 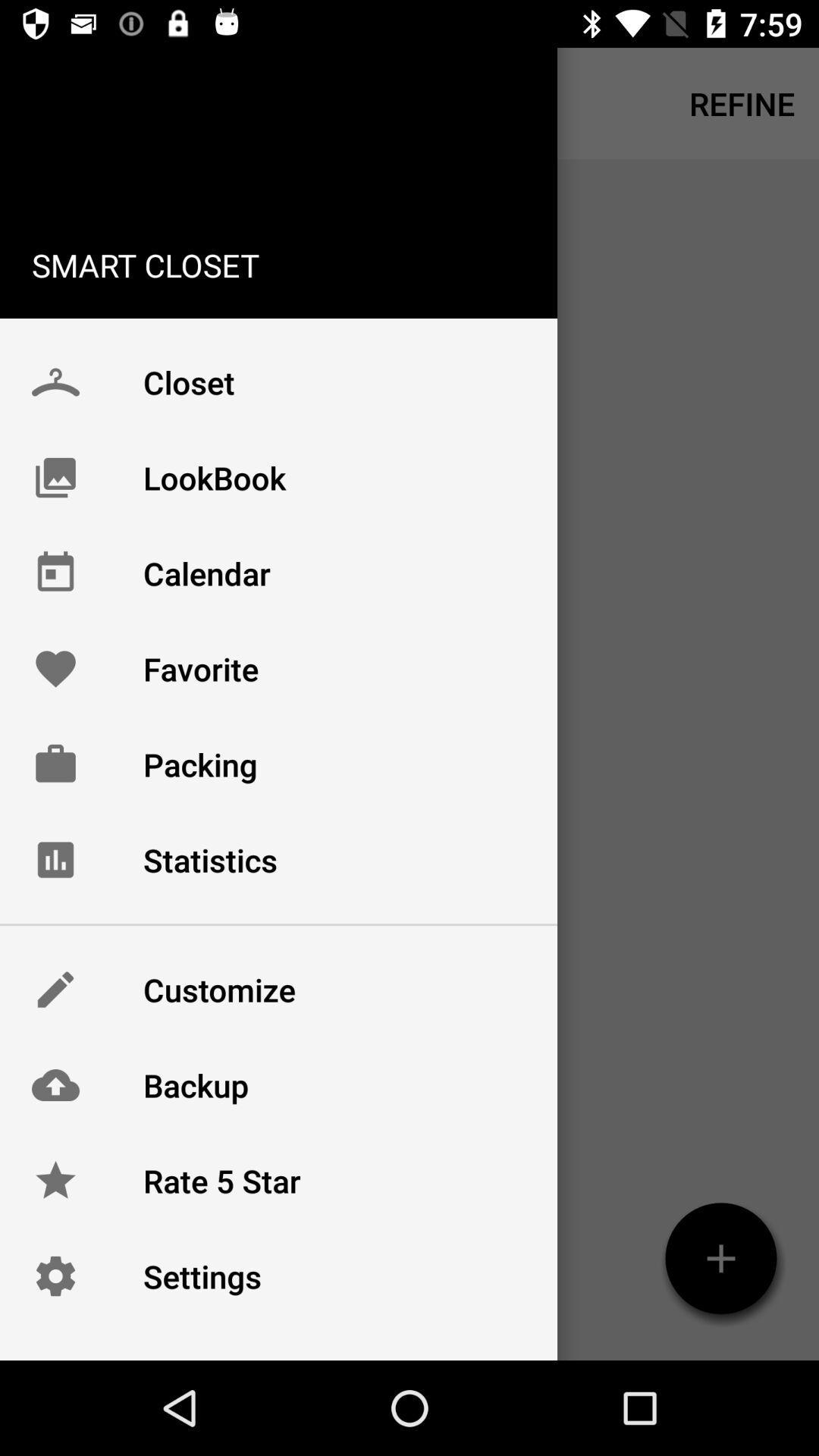 What do you see at coordinates (720, 1258) in the screenshot?
I see `the add icon` at bounding box center [720, 1258].